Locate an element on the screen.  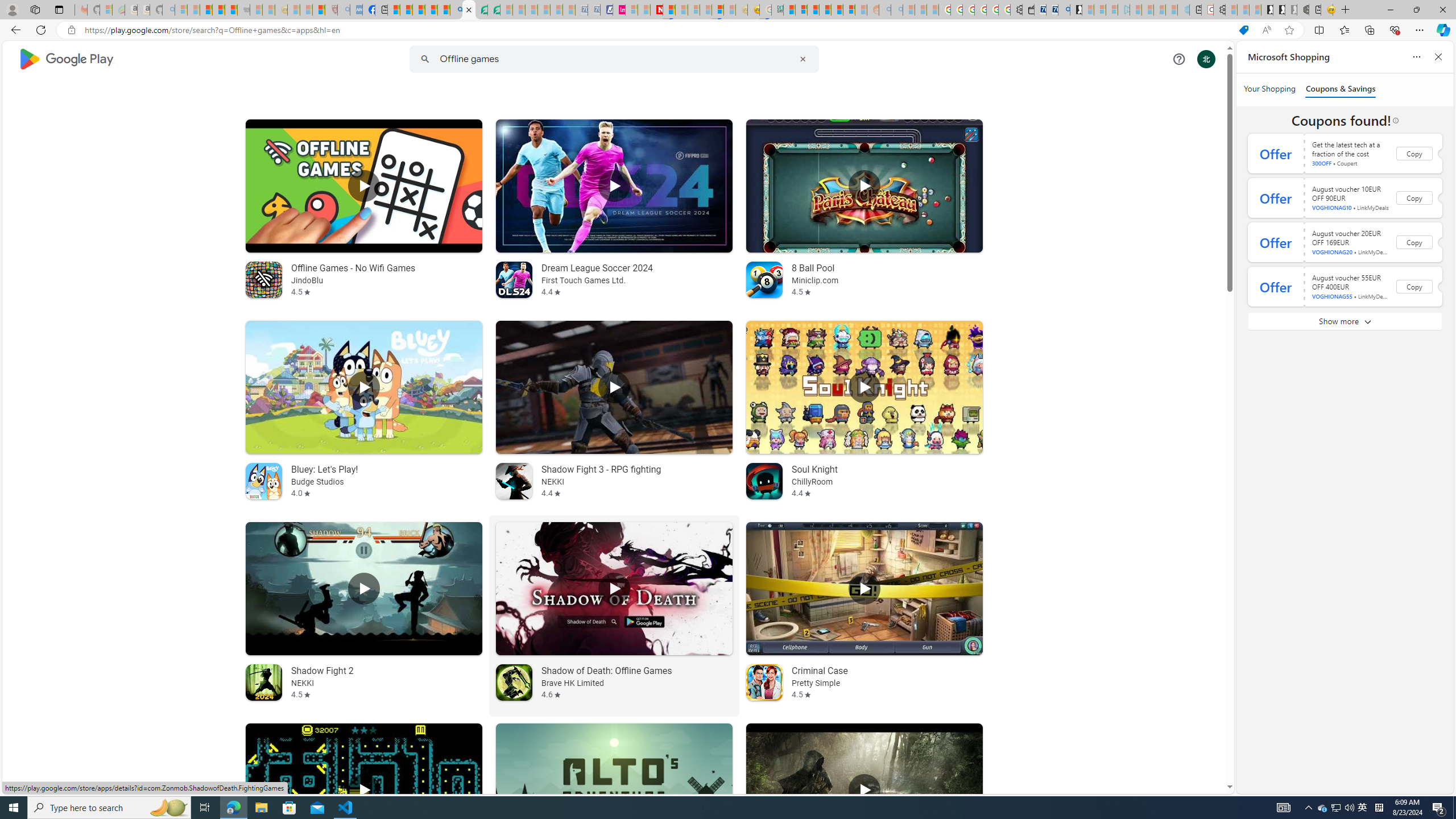
'New Report Confirms 2023 Was Record Hot | Watch' is located at coordinates (230, 9).